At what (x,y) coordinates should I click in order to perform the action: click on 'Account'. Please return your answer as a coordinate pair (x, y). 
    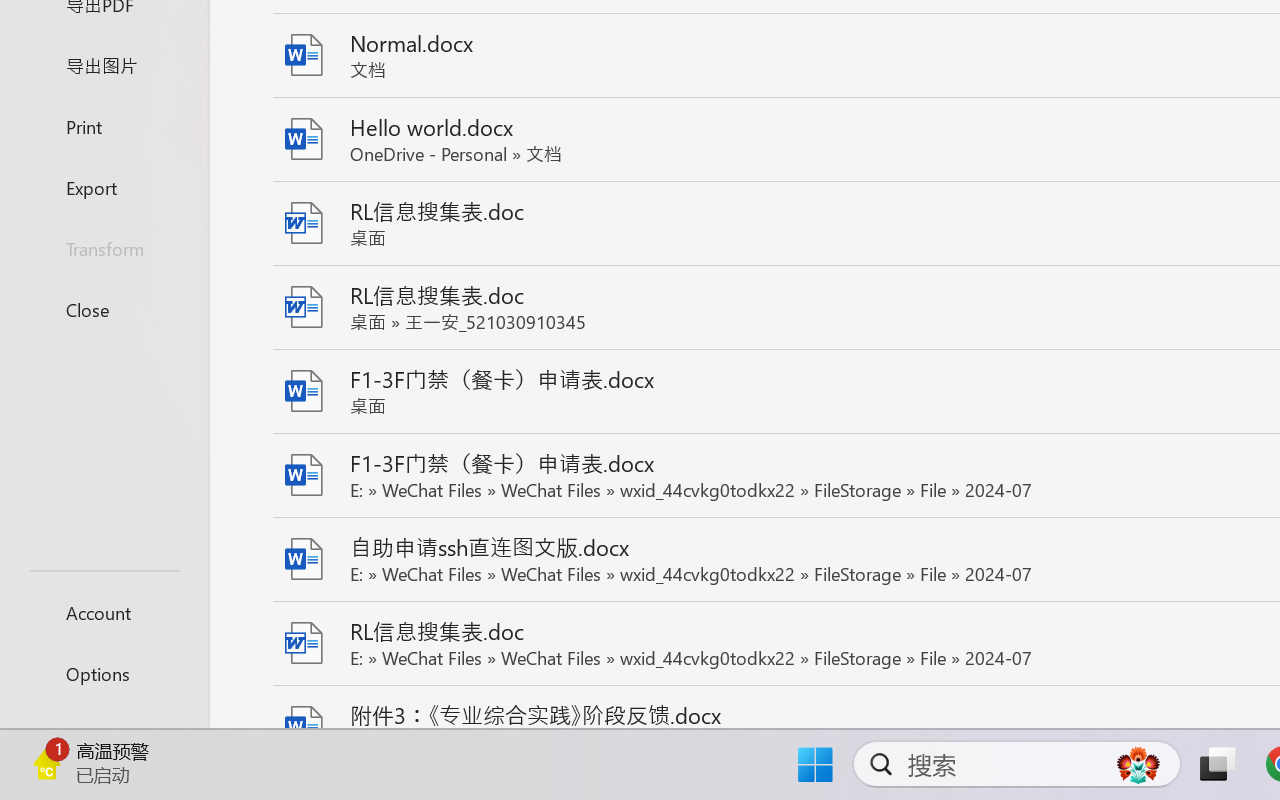
    Looking at the image, I should click on (103, 612).